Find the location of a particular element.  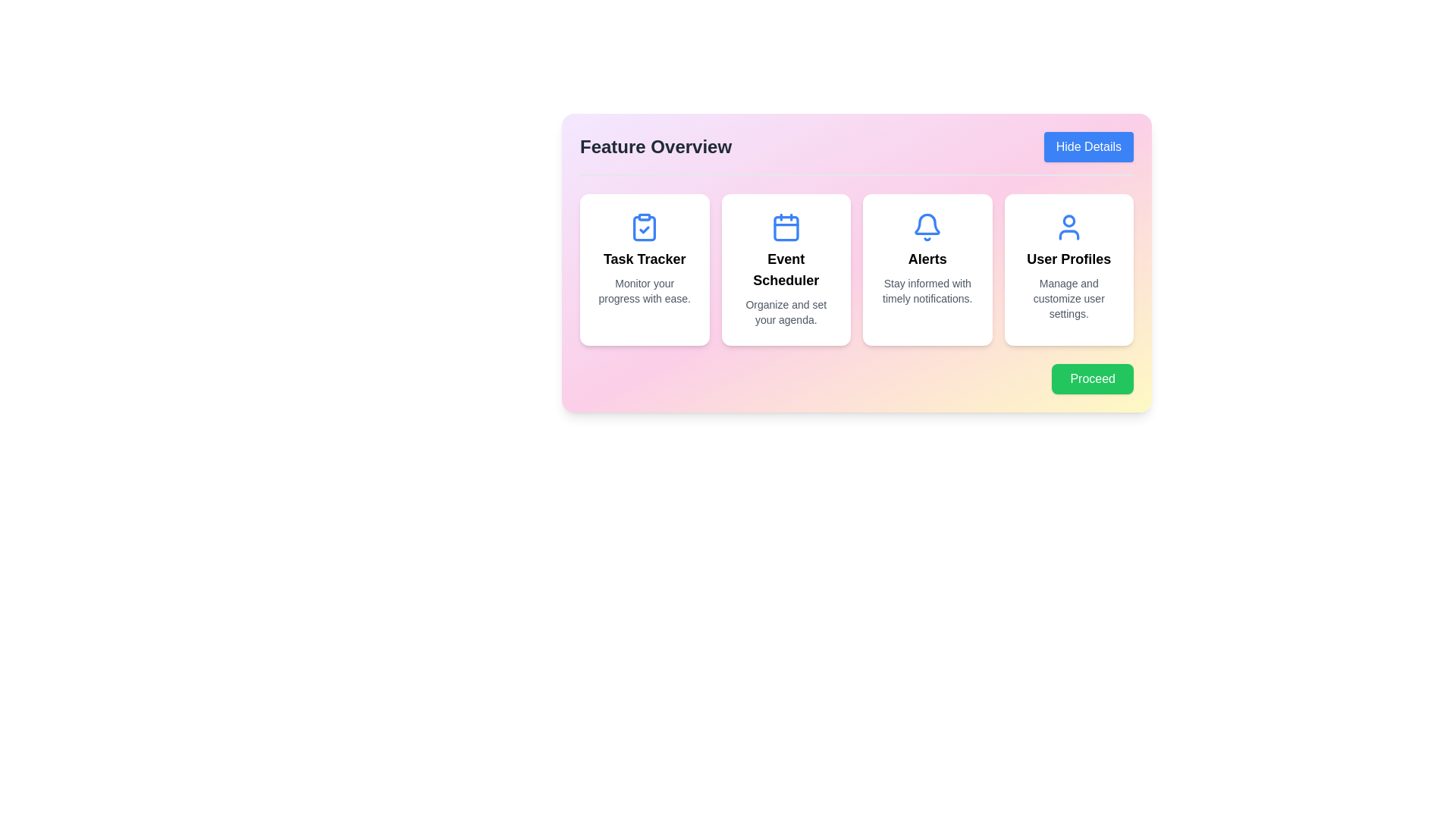

the 'Alerts' text label, which is bold and large, located centrally within the third card beneath a blue bell icon is located at coordinates (927, 259).